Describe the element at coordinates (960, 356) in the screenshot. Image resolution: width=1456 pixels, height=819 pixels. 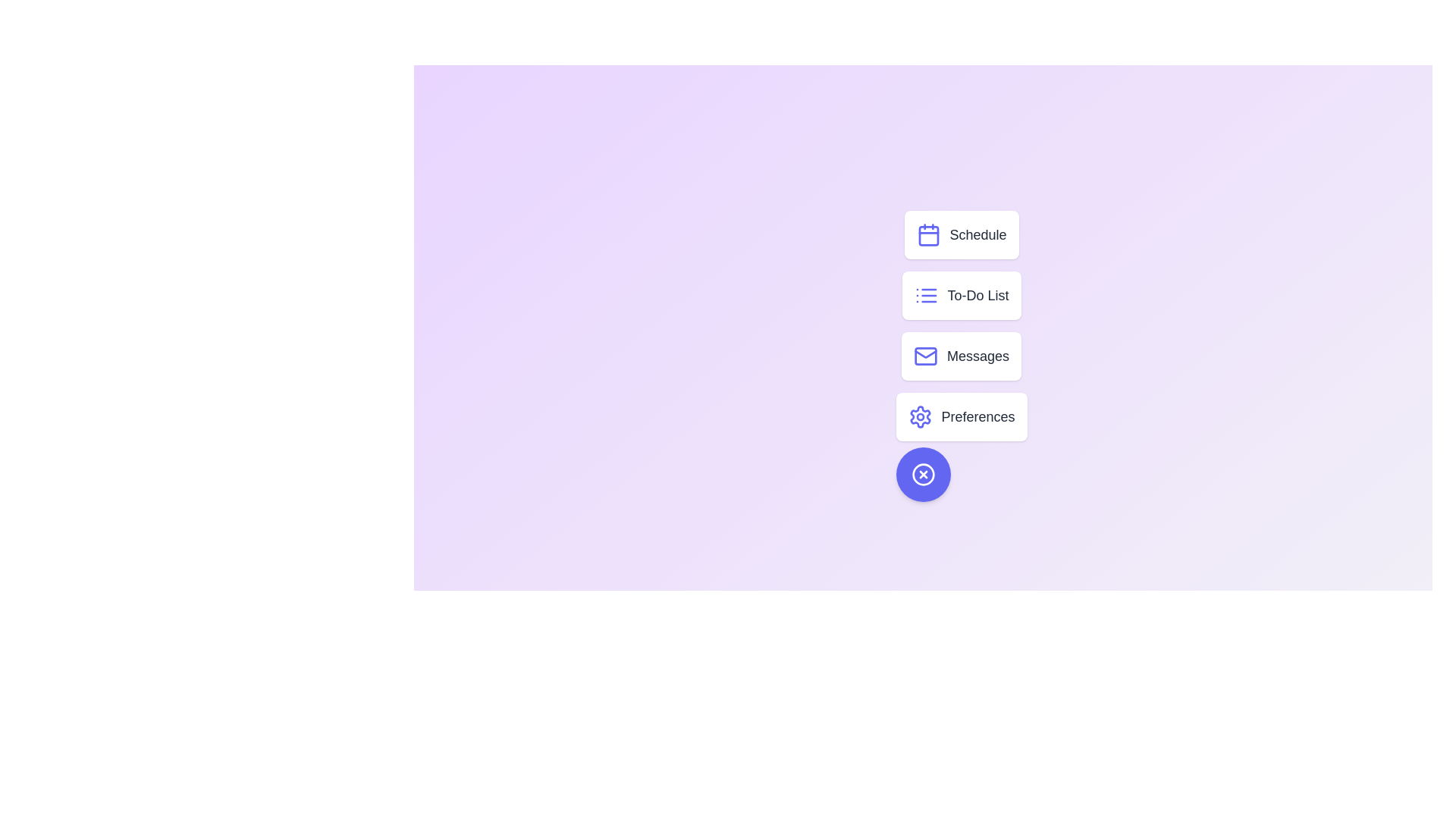
I see `the menu item labeled Messages` at that location.